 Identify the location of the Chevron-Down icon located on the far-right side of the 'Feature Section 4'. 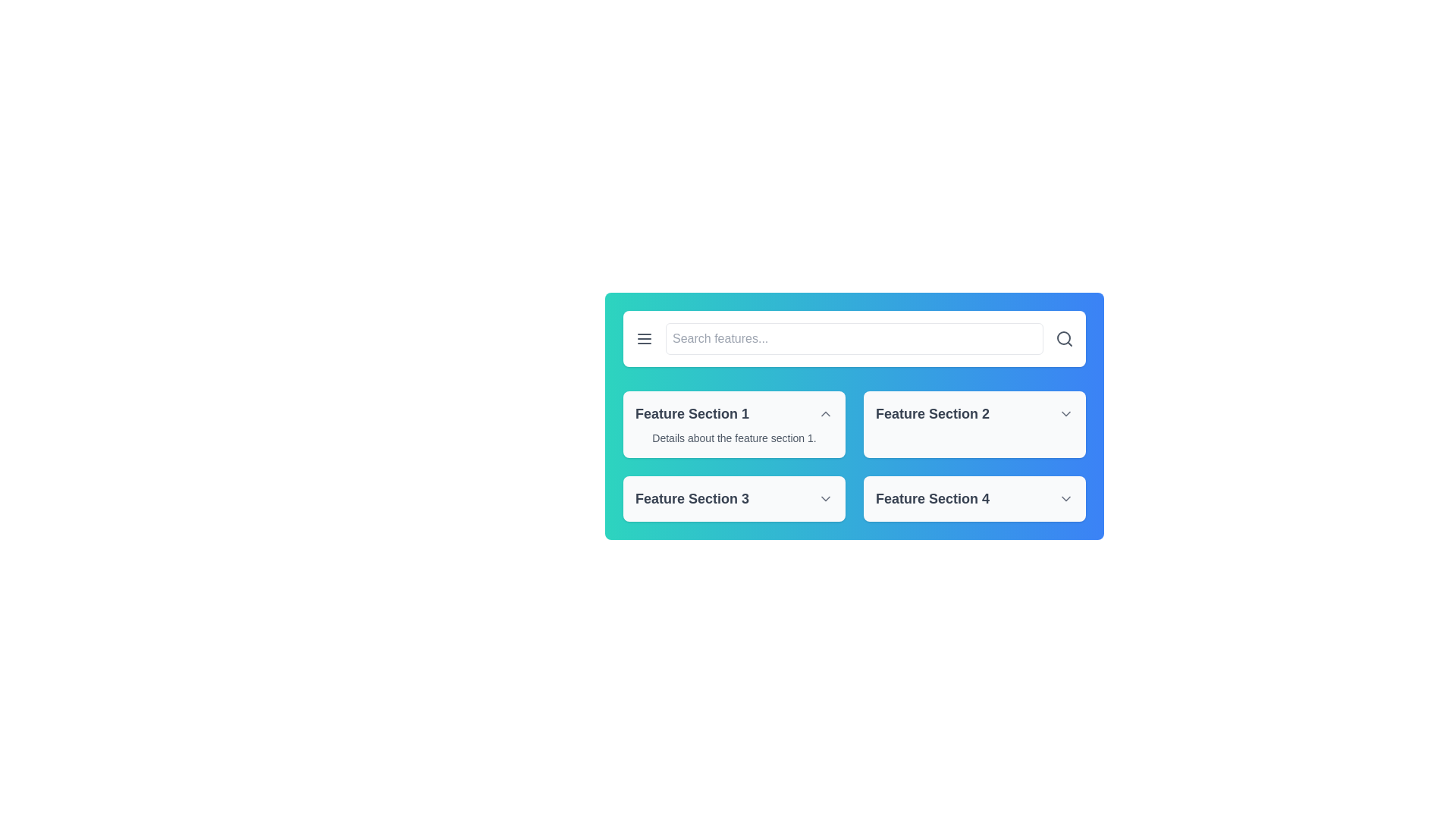
(1065, 499).